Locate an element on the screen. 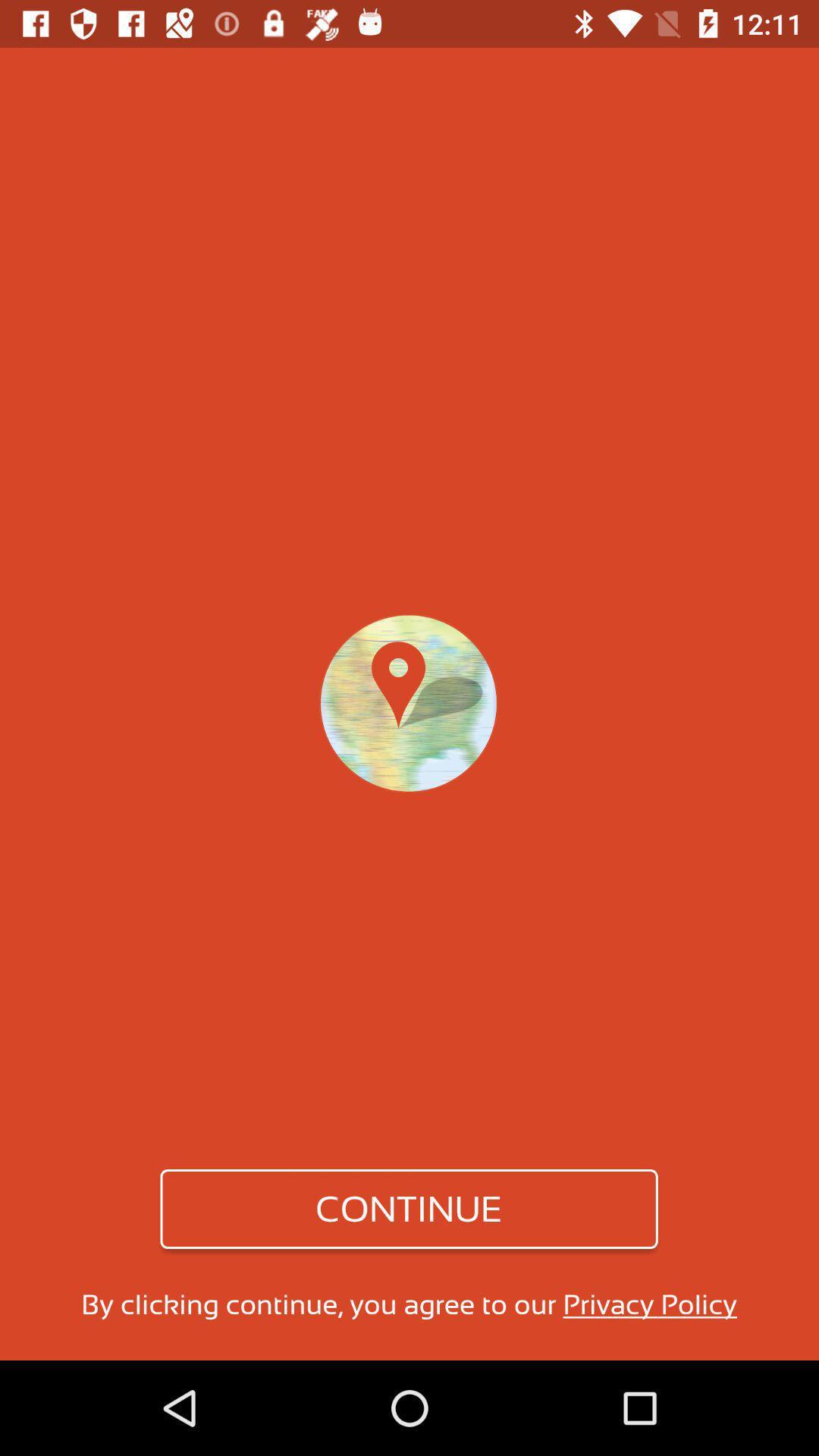  the by clicking continue icon is located at coordinates (408, 1304).